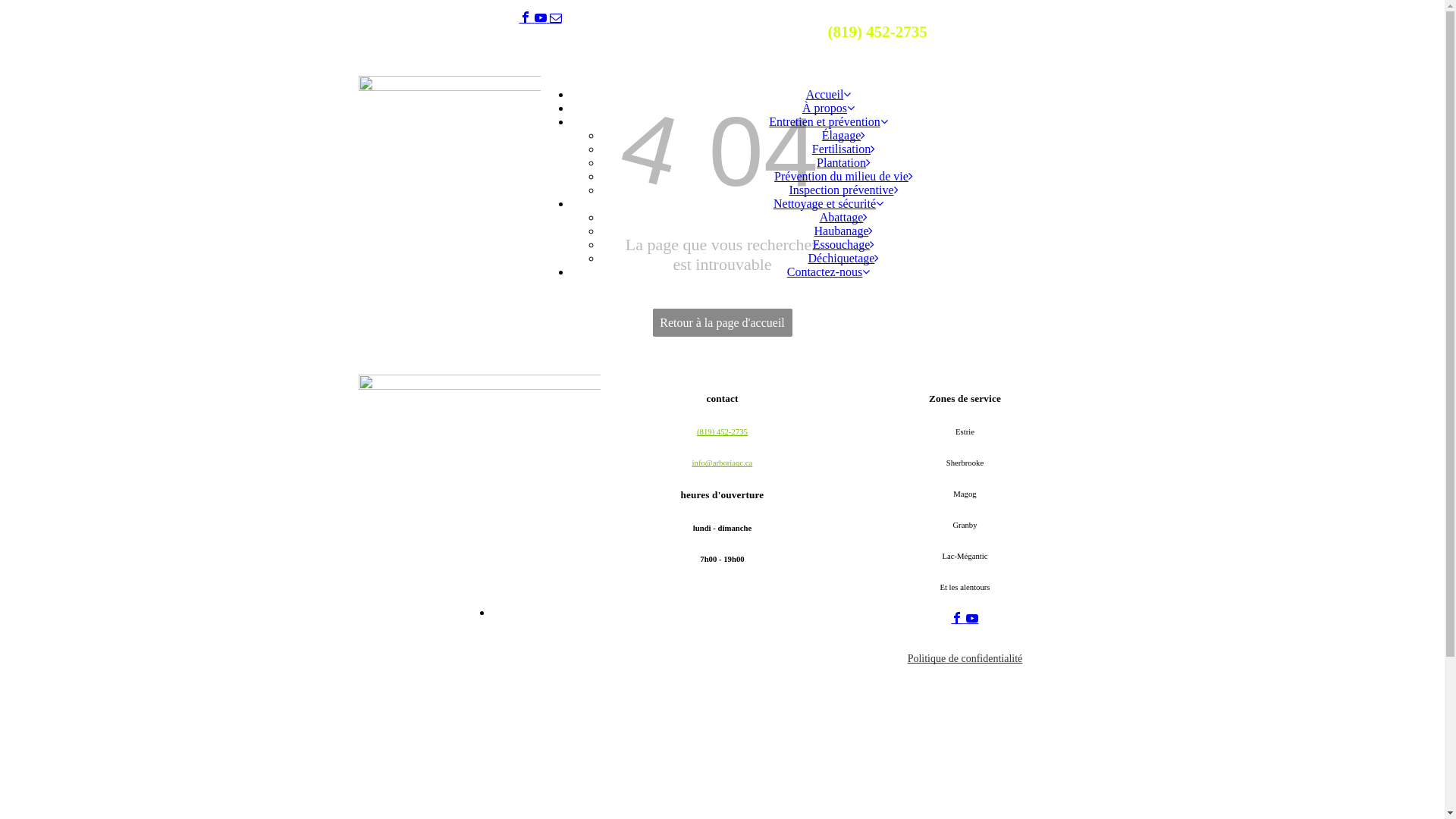 The width and height of the screenshot is (1456, 819). Describe the element at coordinates (828, 94) in the screenshot. I see `'Accueil'` at that location.